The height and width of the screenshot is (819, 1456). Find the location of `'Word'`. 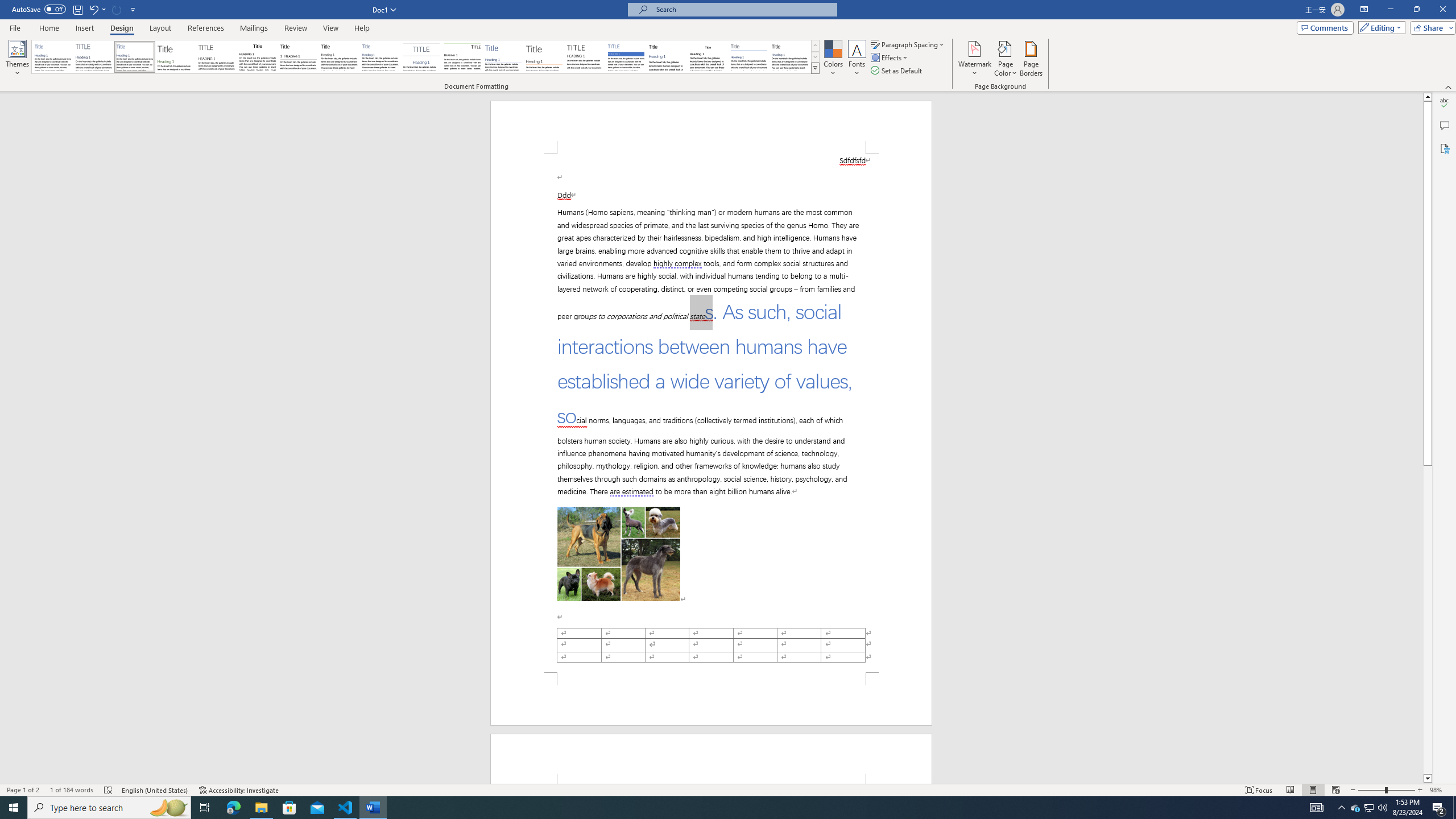

'Word' is located at coordinates (666, 56).